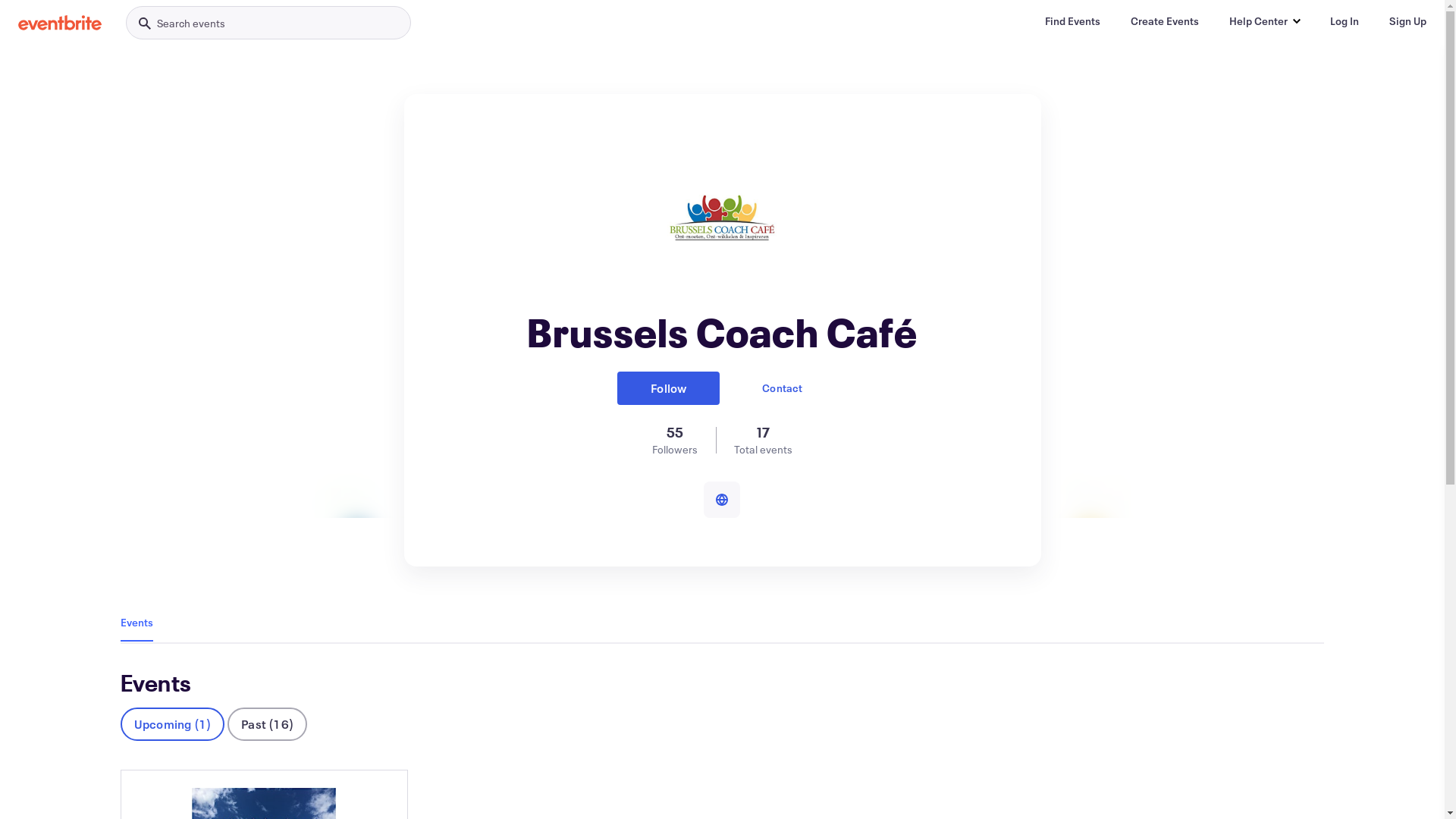  Describe the element at coordinates (1344, 20) in the screenshot. I see `'Log In'` at that location.